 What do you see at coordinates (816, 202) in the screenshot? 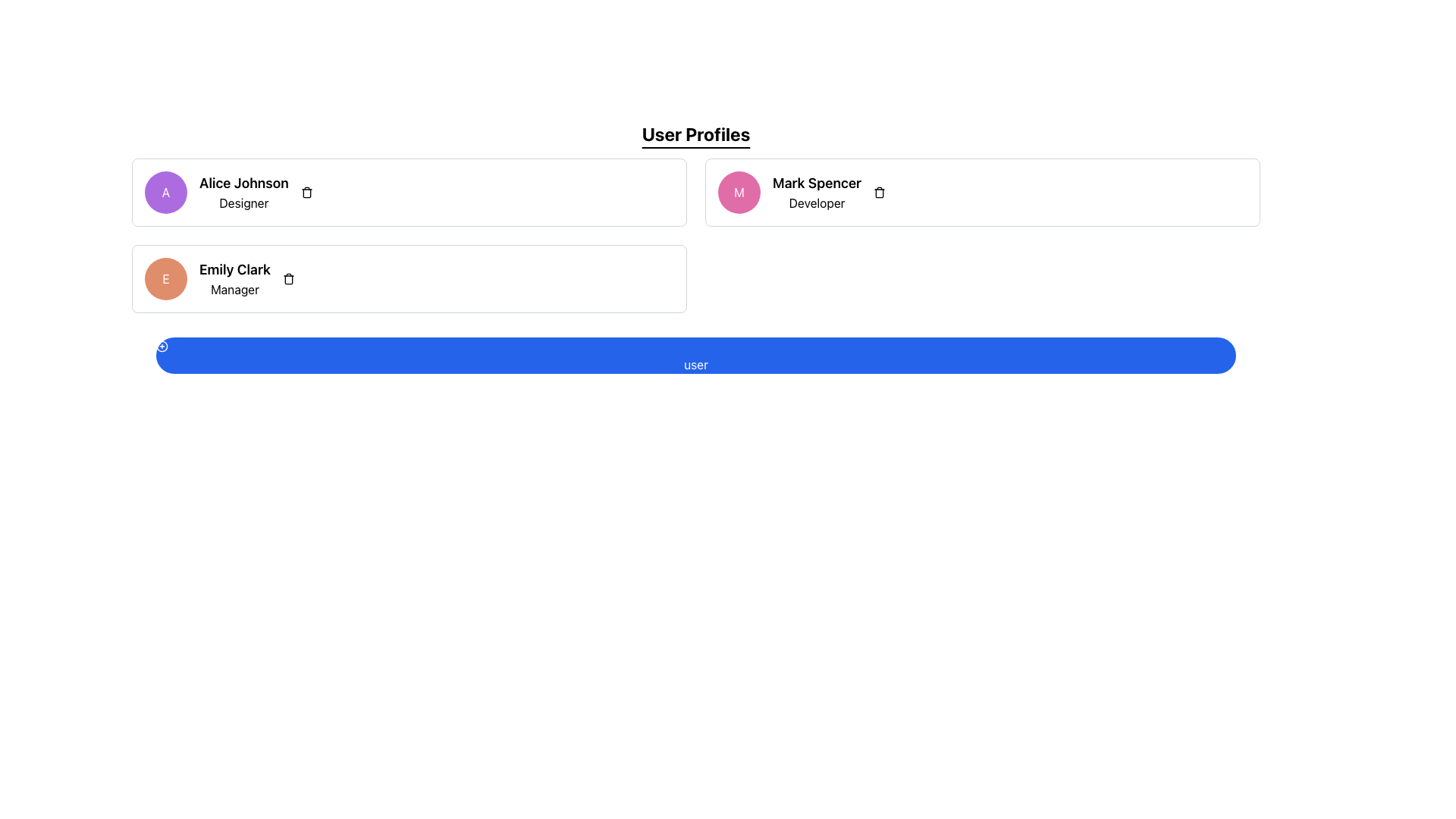
I see `the text label indicating the professional title 'Developer' of the user 'Mark Spencer', which is located below the name within the profile card` at bounding box center [816, 202].